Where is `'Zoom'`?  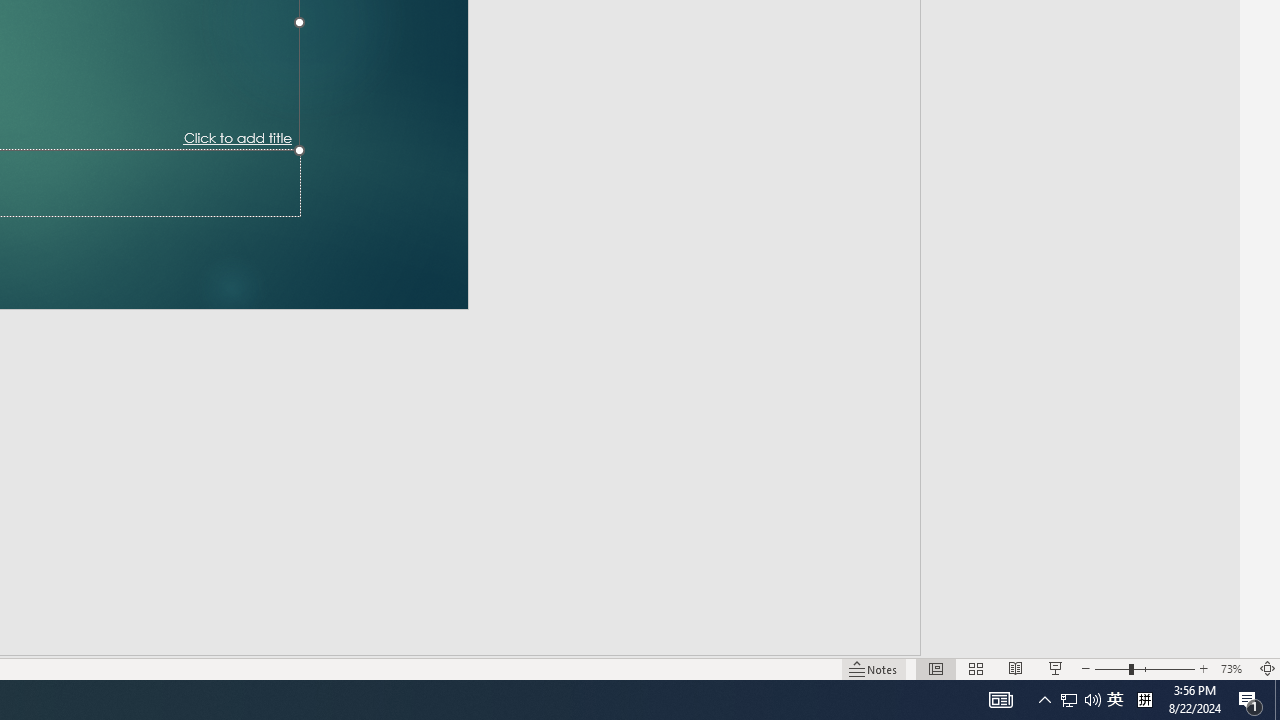
'Zoom' is located at coordinates (1115, 640).